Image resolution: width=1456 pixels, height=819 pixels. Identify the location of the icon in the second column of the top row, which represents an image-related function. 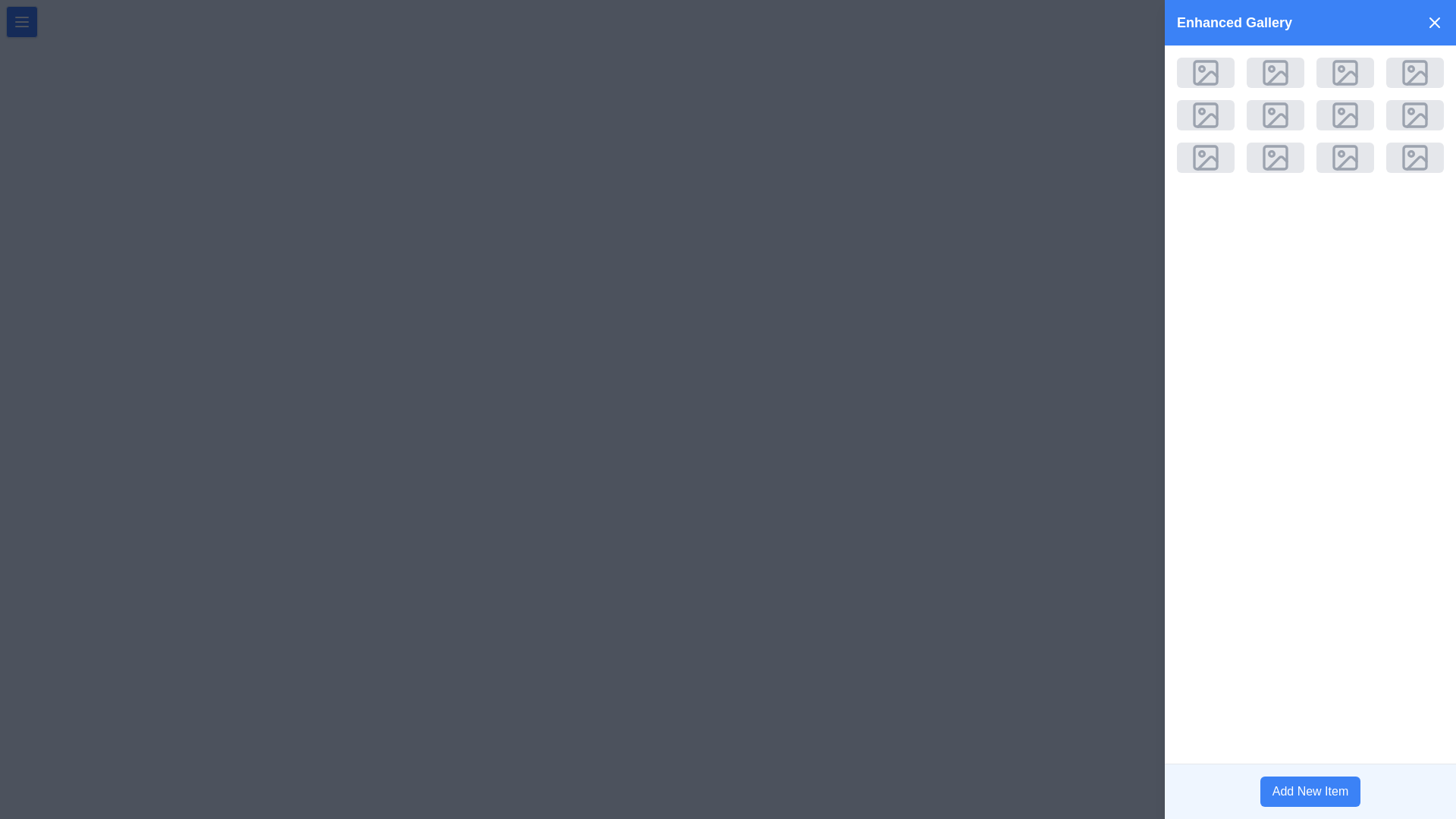
(1274, 73).